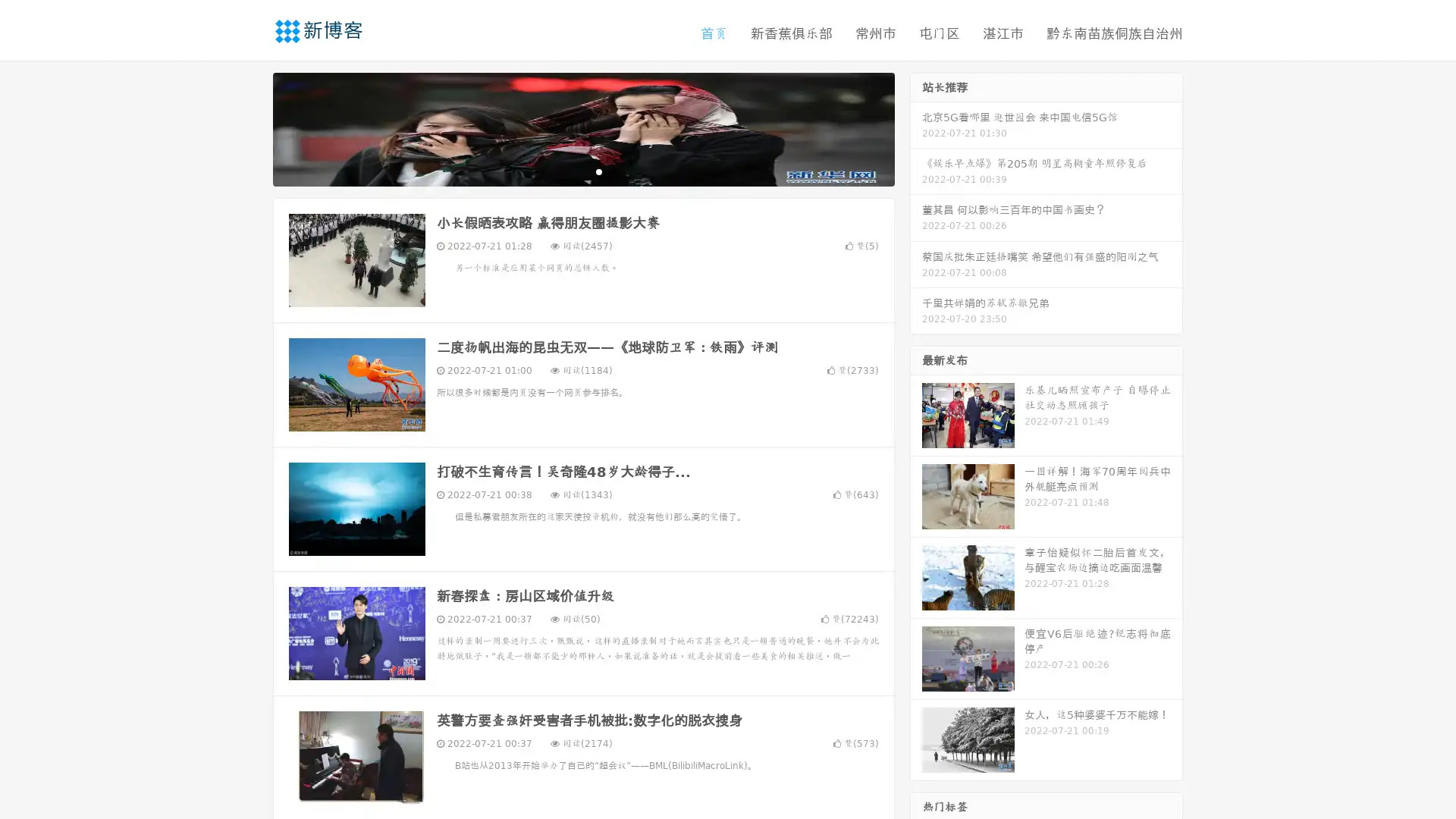 The image size is (1456, 819). What do you see at coordinates (567, 171) in the screenshot?
I see `Go to slide 1` at bounding box center [567, 171].